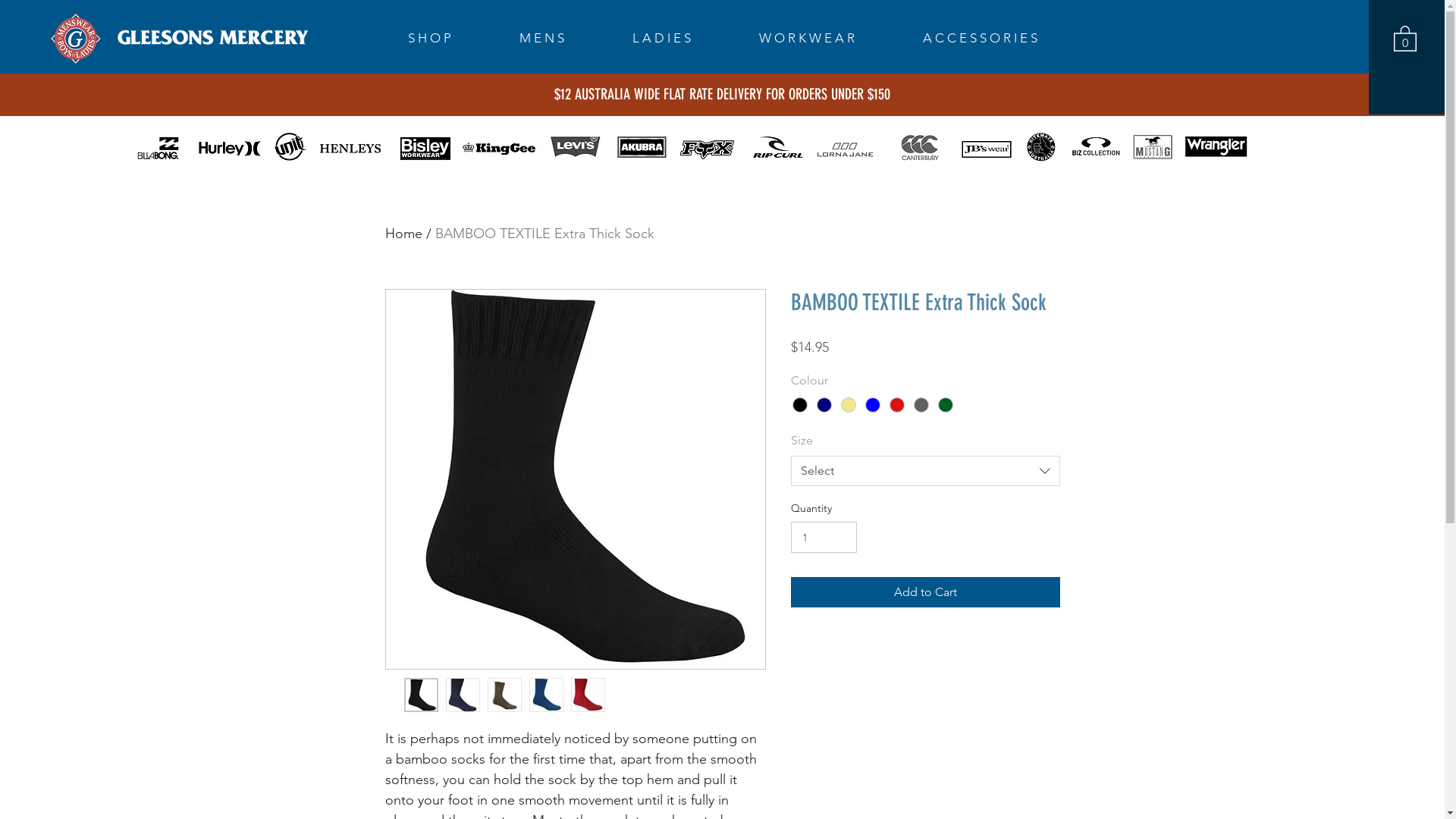 The width and height of the screenshot is (1456, 819). What do you see at coordinates (1003, 37) in the screenshot?
I see `'A C C E S S O R I E S'` at bounding box center [1003, 37].